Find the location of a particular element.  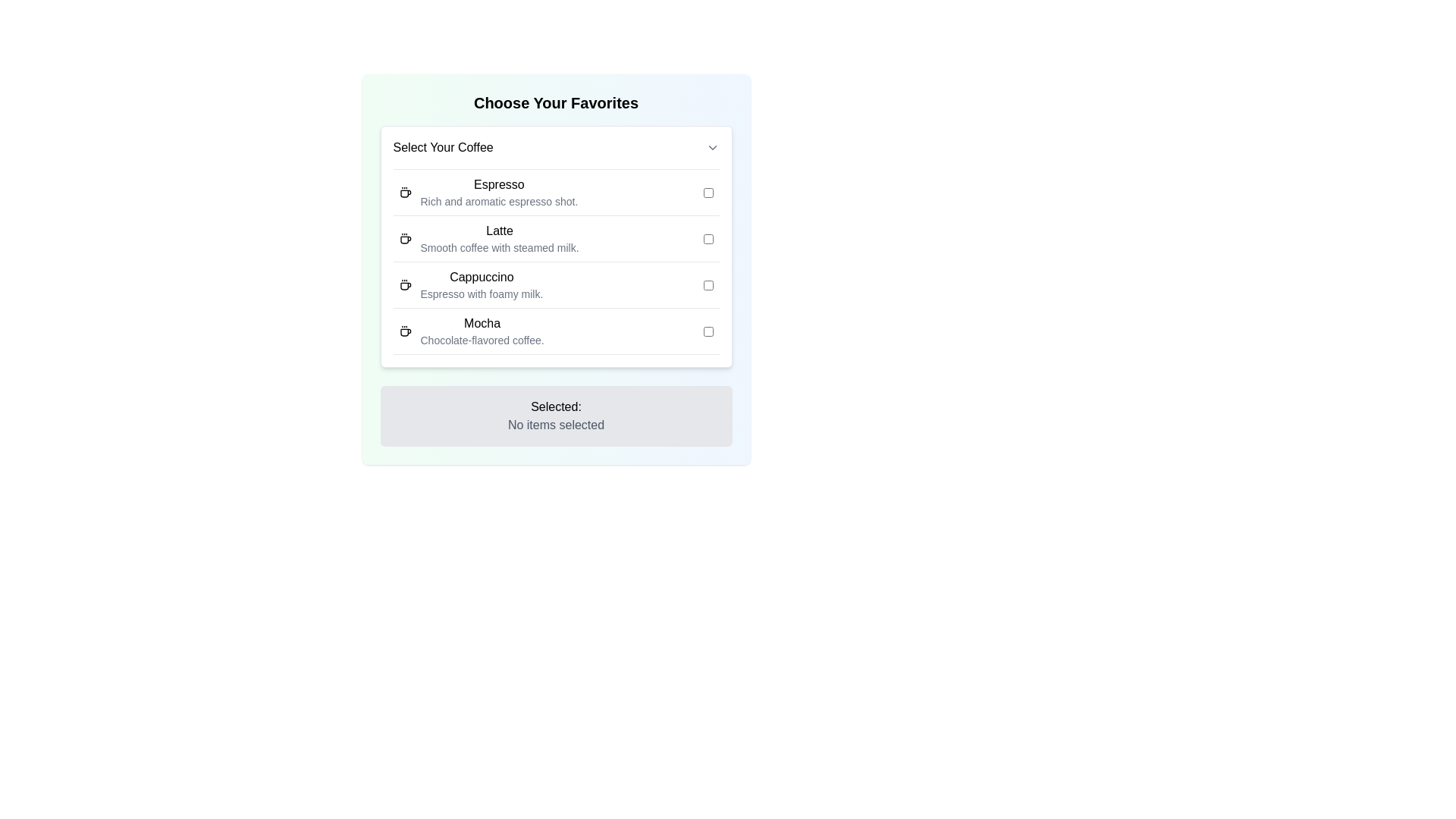

text of the 'Cappuccino' label located in the 'Select Your Coffee' section, which is the third option in the list, displaying 'Cappuccino' and its description 'Espresso with foamy milk.' is located at coordinates (481, 284).